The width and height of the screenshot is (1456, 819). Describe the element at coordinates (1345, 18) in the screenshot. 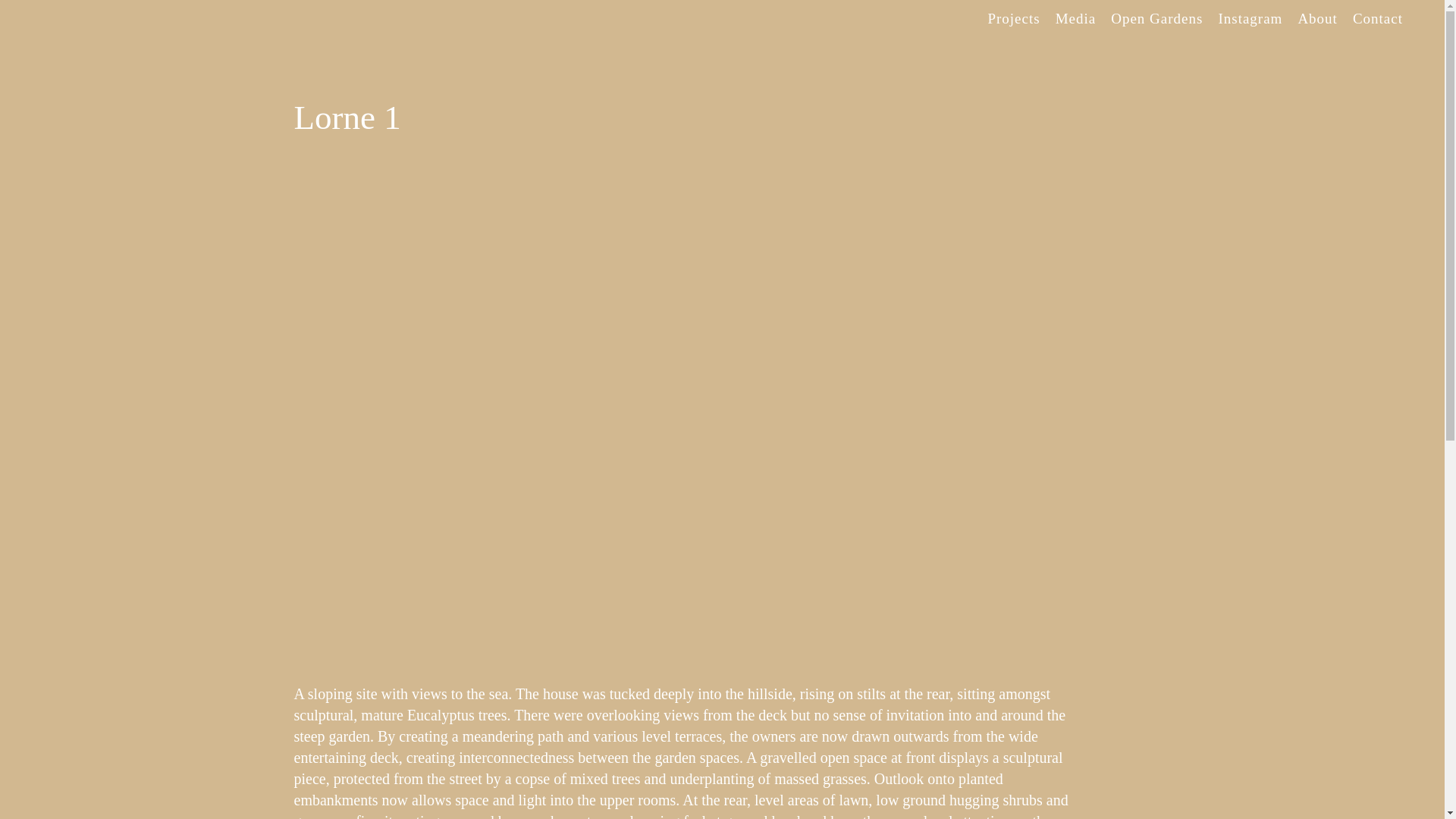

I see `'Contact'` at that location.